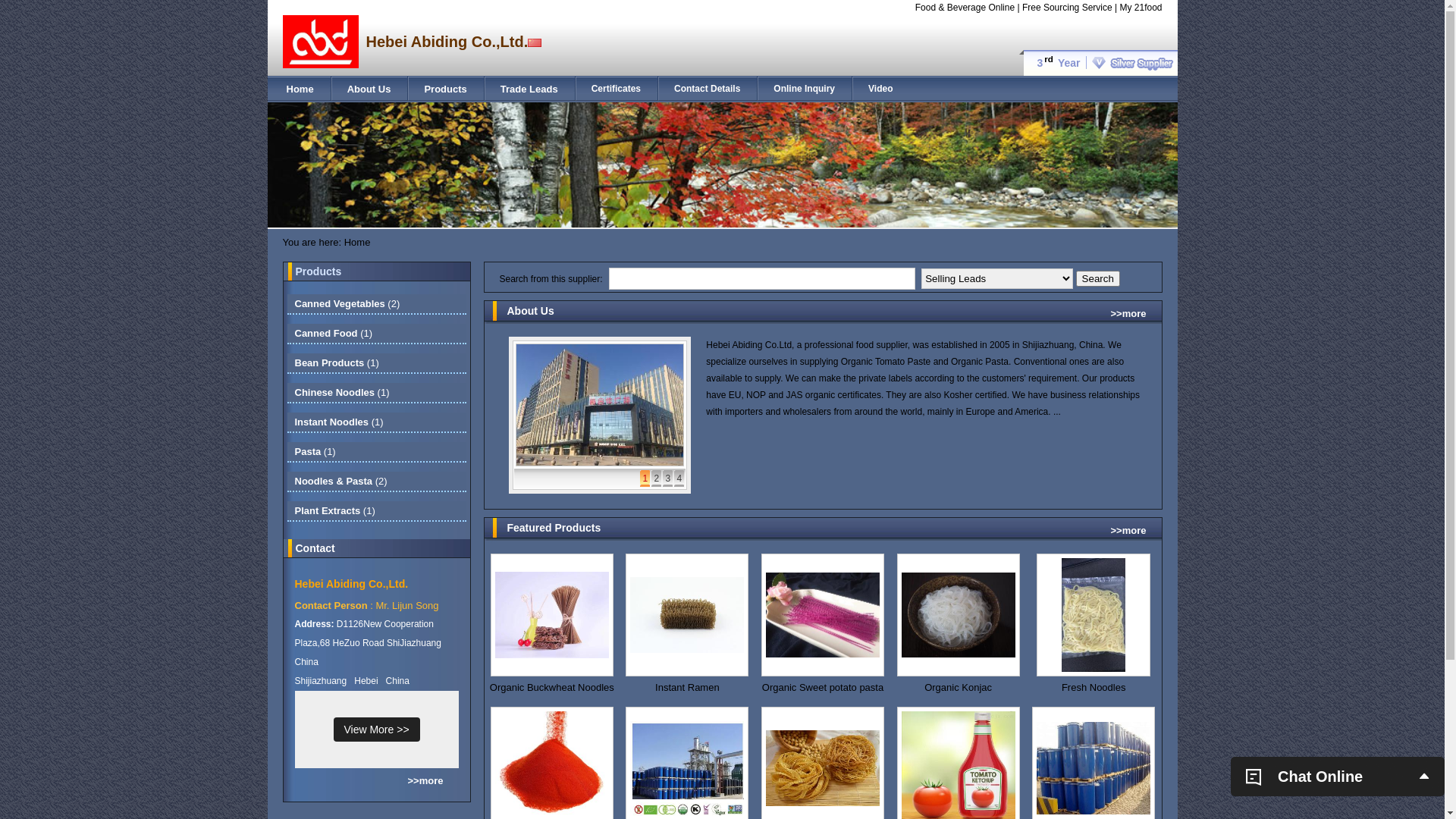 This screenshot has width=1456, height=819. Describe the element at coordinates (300, 89) in the screenshot. I see `'Home'` at that location.